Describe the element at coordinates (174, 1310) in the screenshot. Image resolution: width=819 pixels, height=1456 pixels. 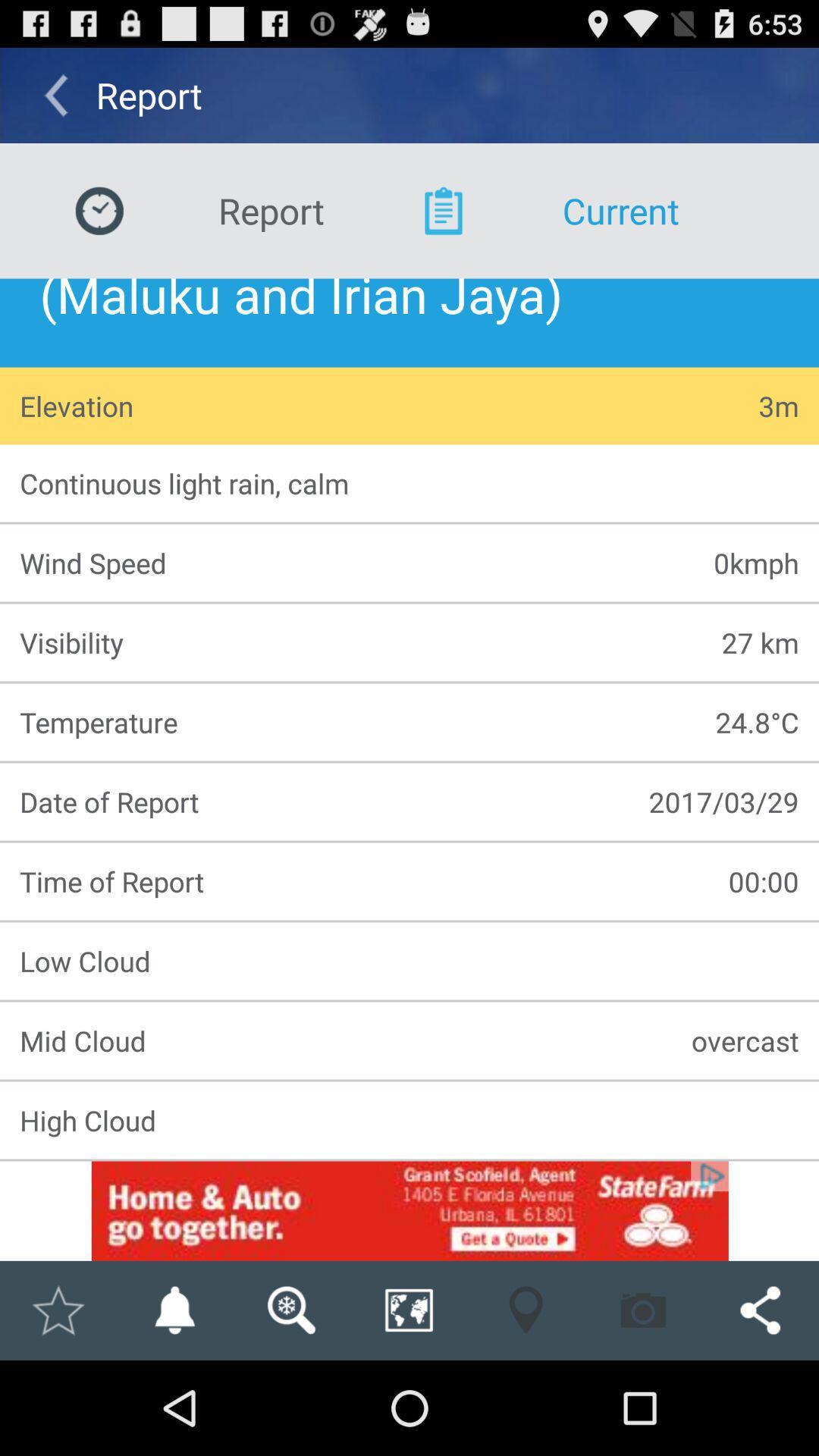
I see `subscribe the option` at that location.